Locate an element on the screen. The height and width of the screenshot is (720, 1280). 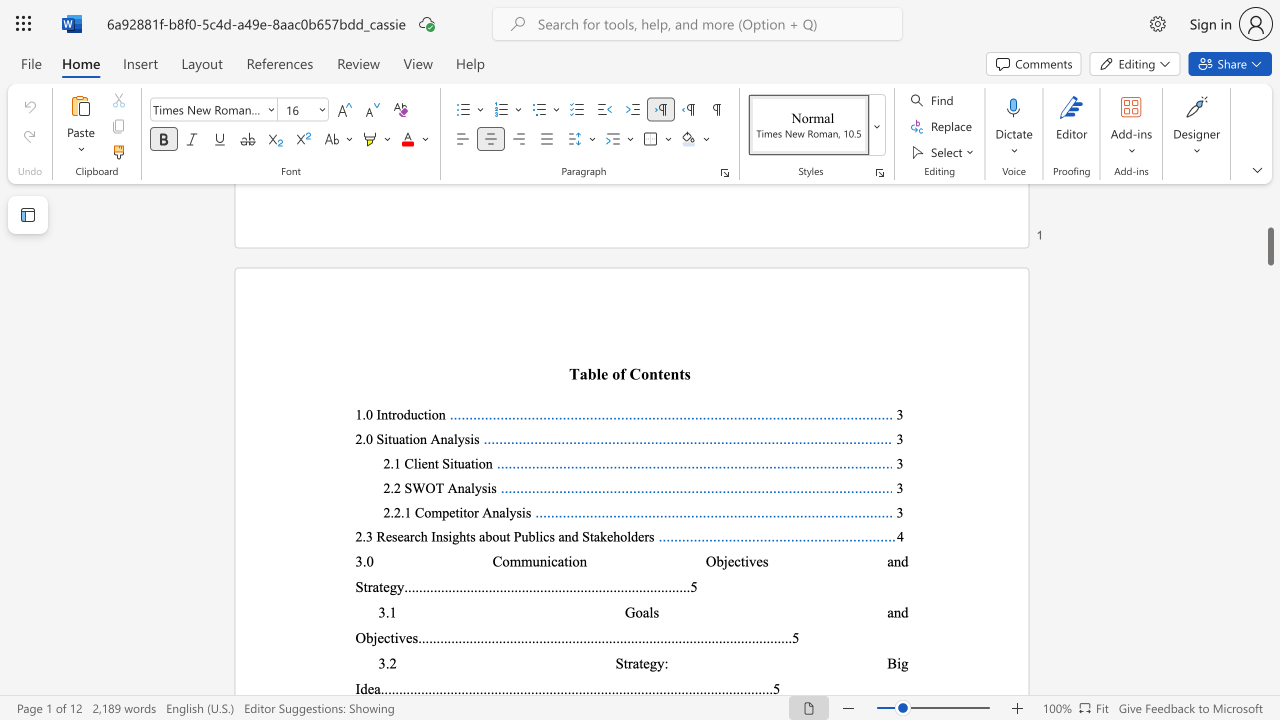
the subset text "....." within the text ".............................................................................." is located at coordinates (574, 637).